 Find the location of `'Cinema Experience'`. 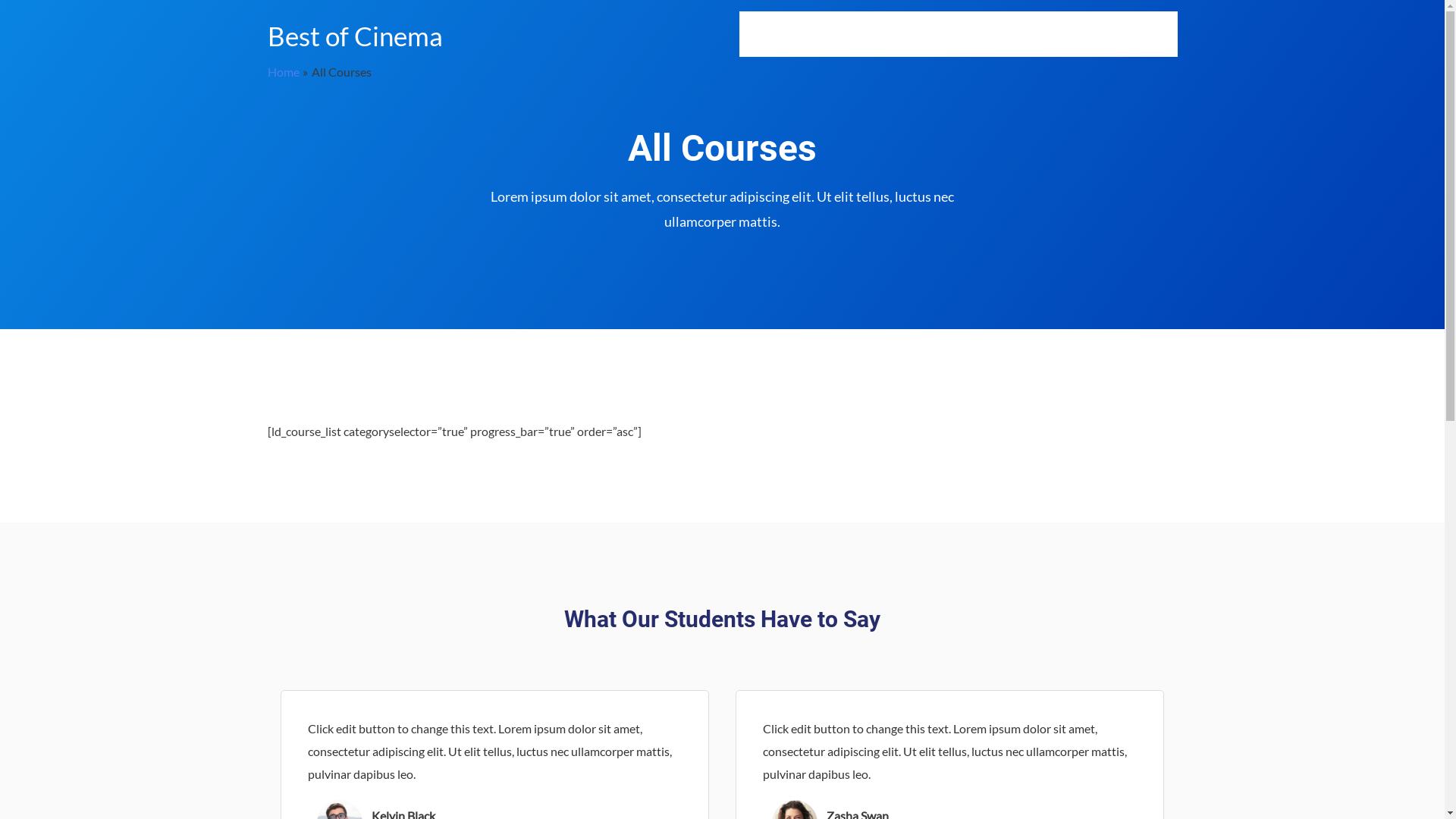

'Cinema Experience' is located at coordinates (851, 34).